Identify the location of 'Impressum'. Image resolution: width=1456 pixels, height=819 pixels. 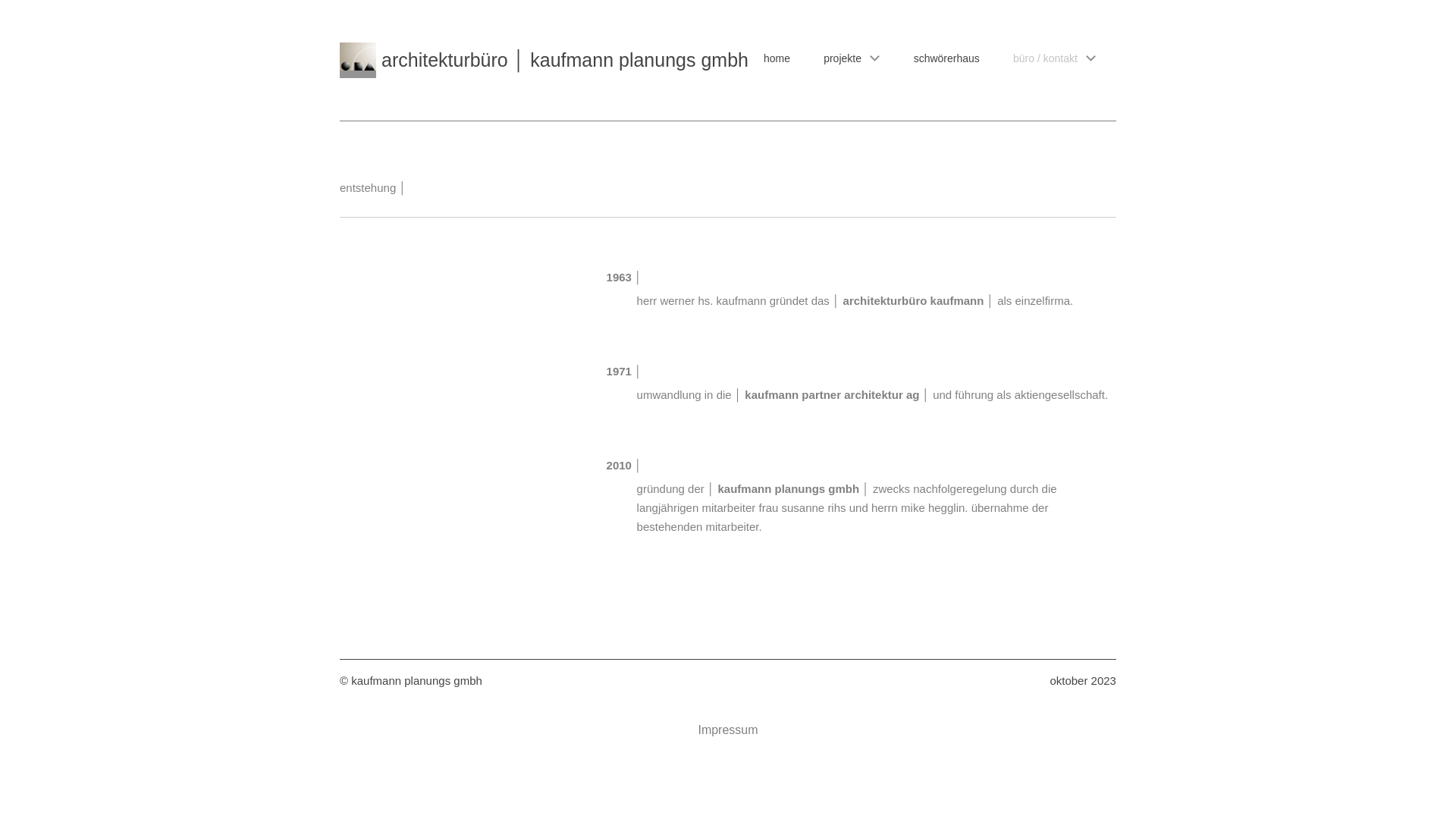
(726, 730).